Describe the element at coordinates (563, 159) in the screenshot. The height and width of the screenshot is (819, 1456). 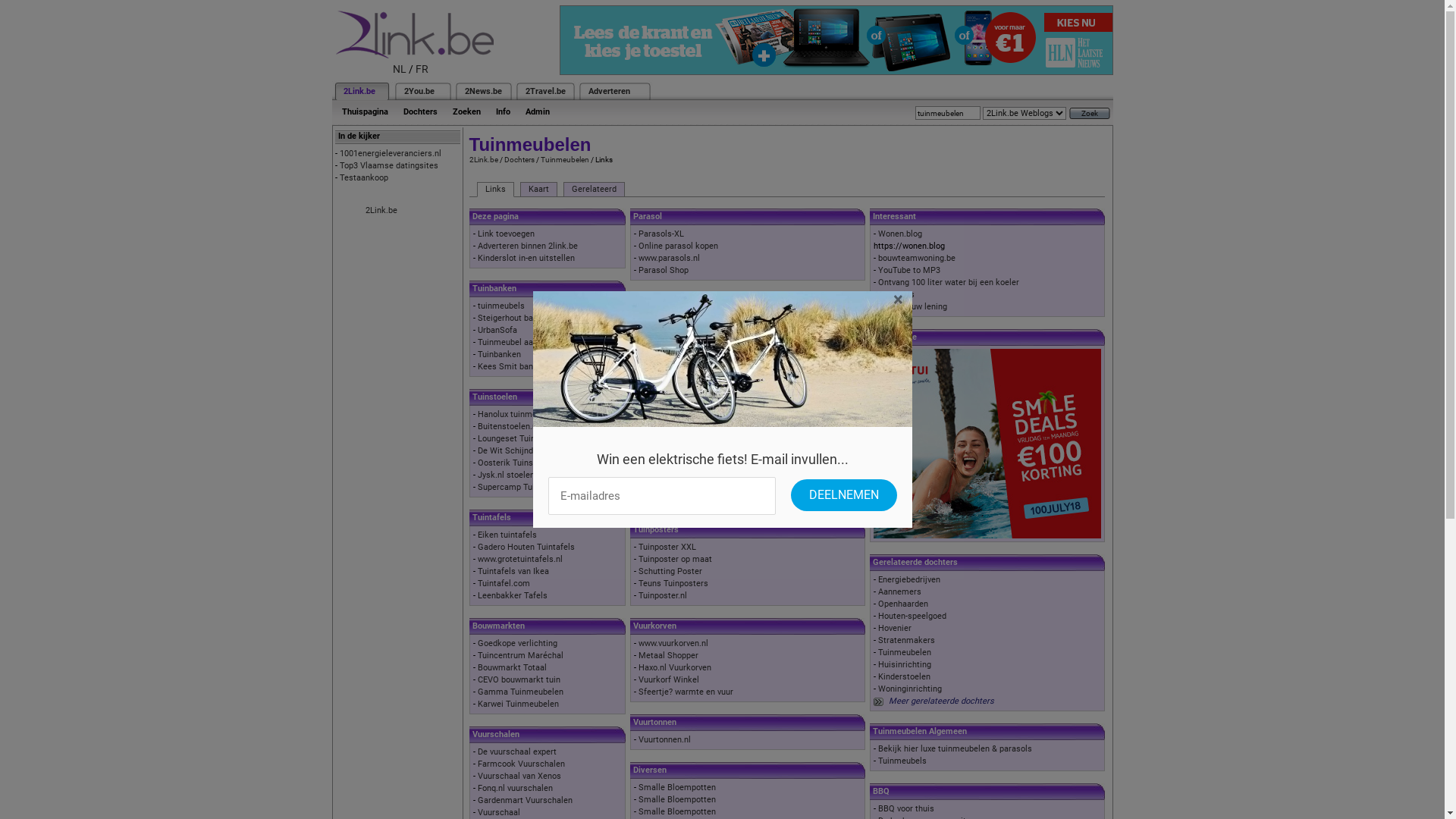
I see `'Tuinmeubelen'` at that location.